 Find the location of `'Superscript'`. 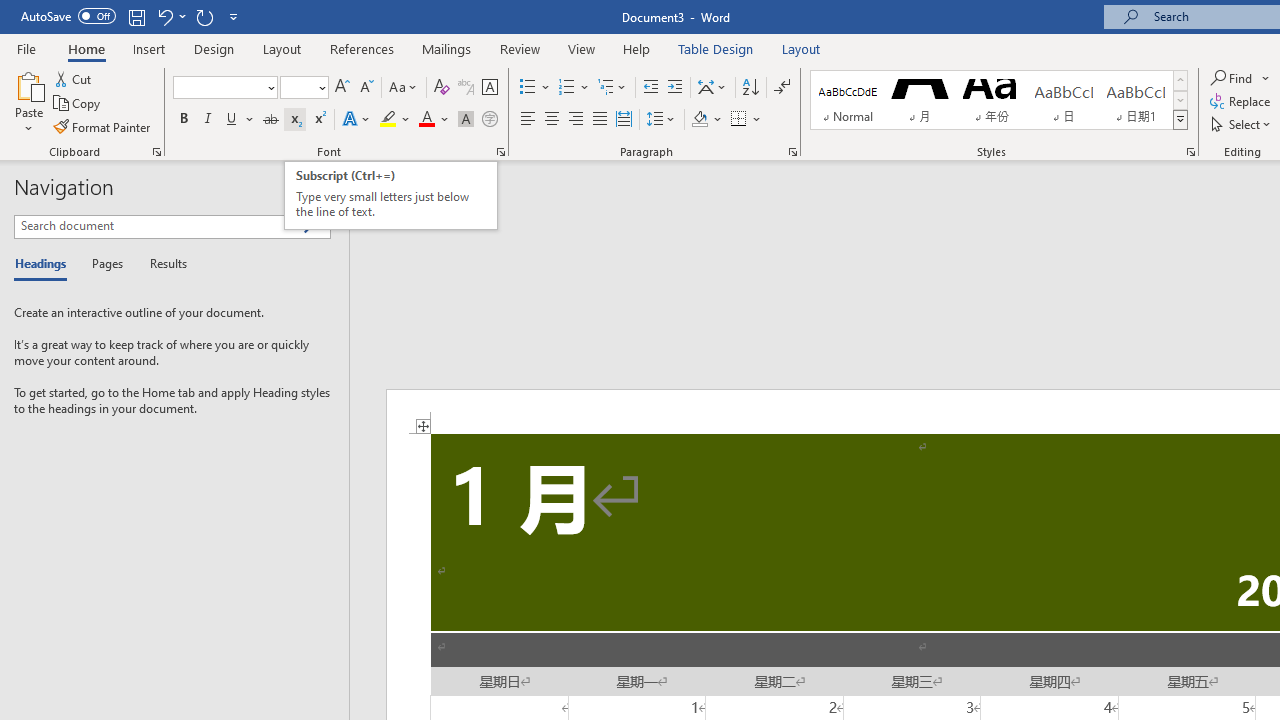

'Superscript' is located at coordinates (318, 119).